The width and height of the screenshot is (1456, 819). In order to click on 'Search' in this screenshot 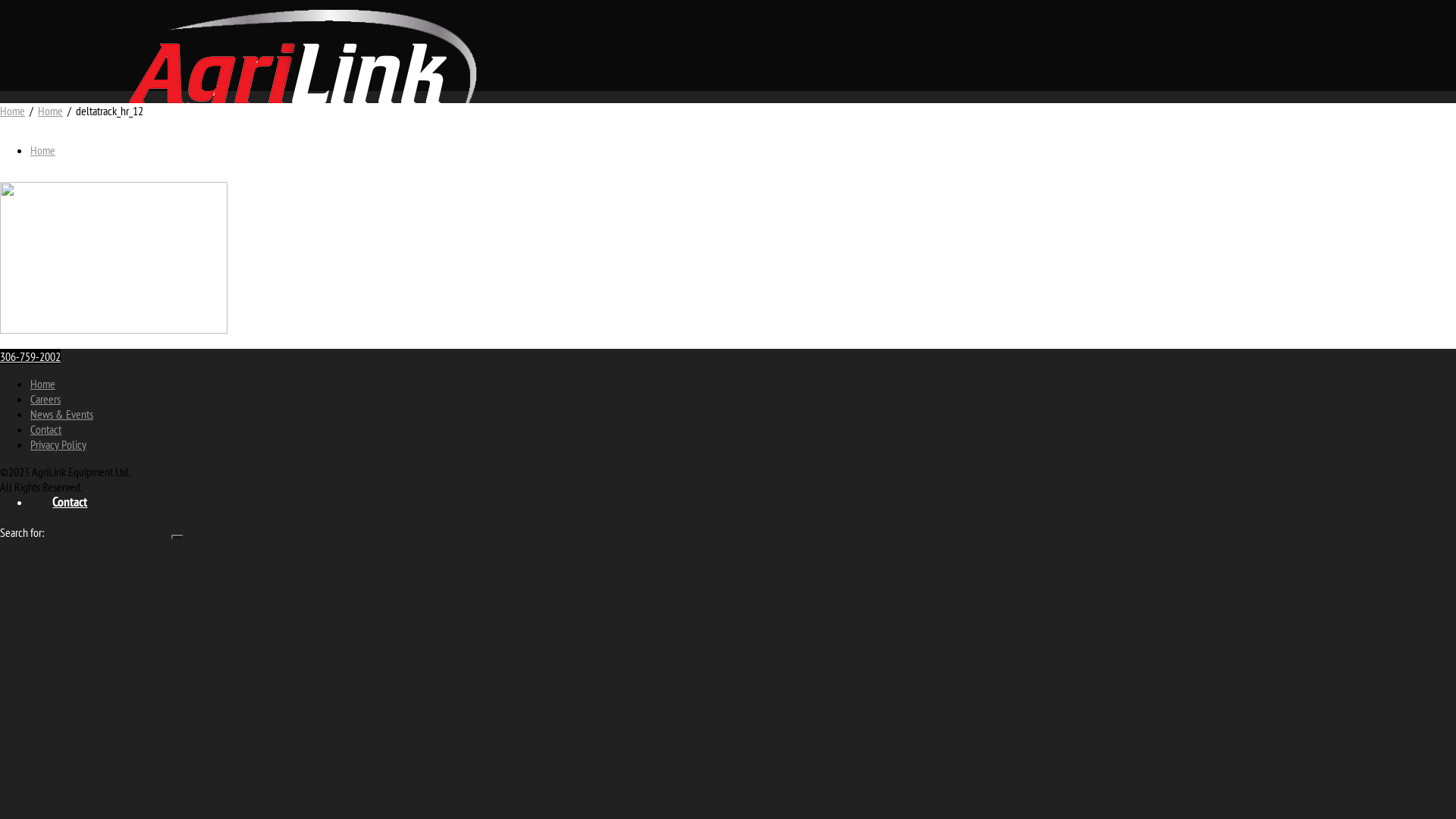, I will do `click(171, 536)`.